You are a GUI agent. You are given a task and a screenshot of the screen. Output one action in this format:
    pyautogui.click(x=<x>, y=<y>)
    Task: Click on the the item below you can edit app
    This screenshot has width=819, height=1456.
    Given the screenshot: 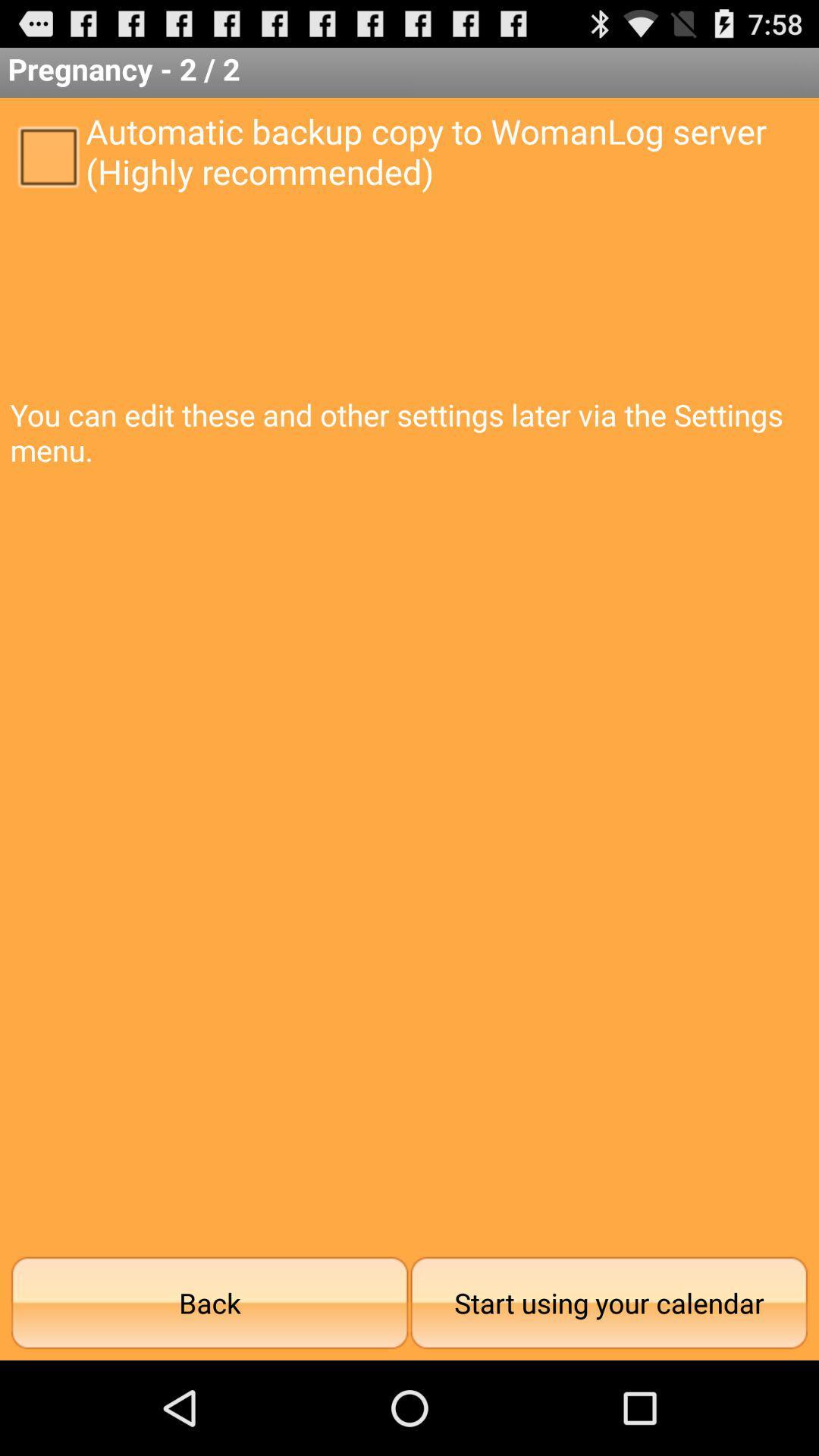 What is the action you would take?
    pyautogui.click(x=608, y=1302)
    